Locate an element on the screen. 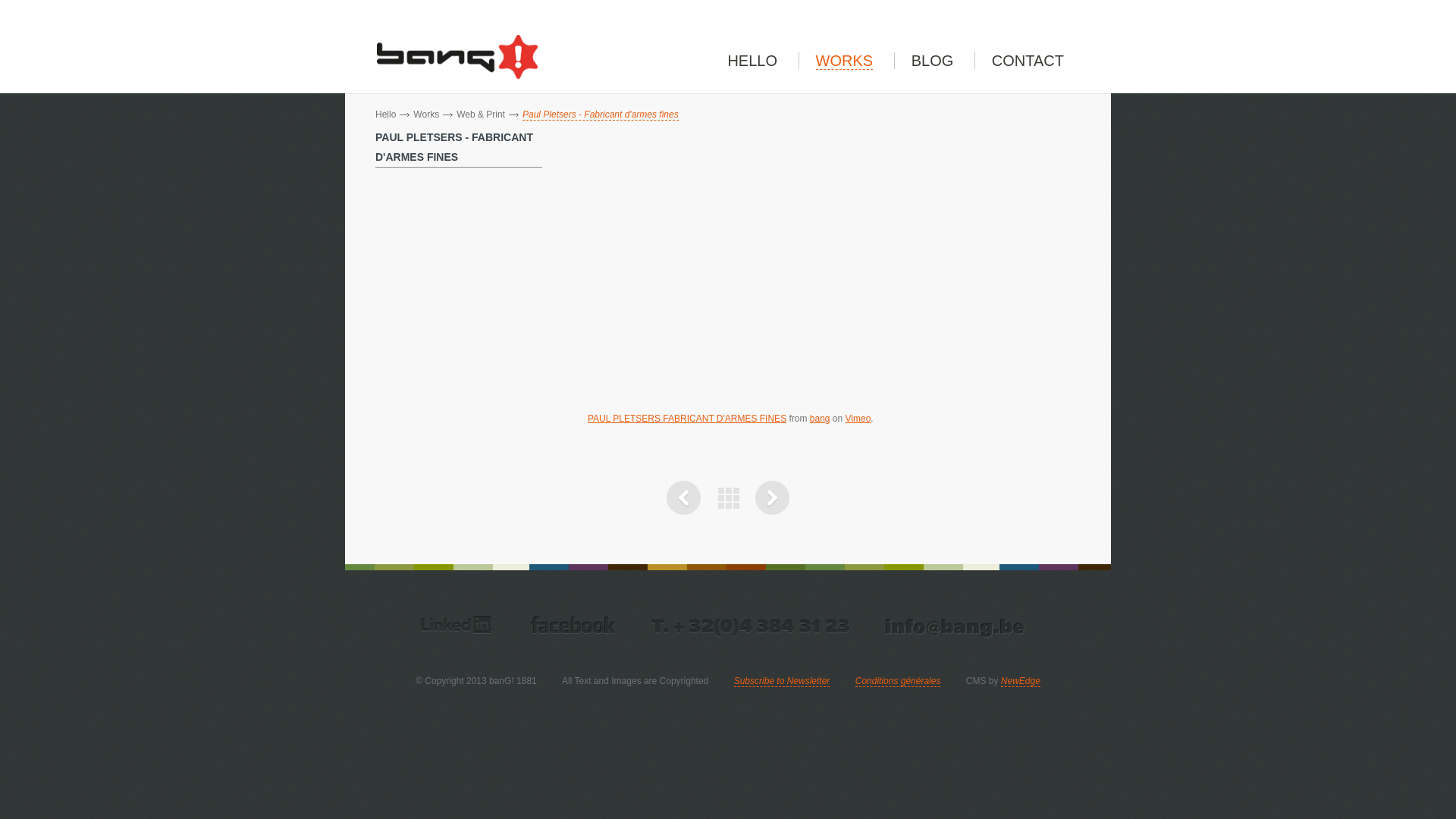 This screenshot has width=1456, height=819. 'Vimeo' is located at coordinates (858, 418).